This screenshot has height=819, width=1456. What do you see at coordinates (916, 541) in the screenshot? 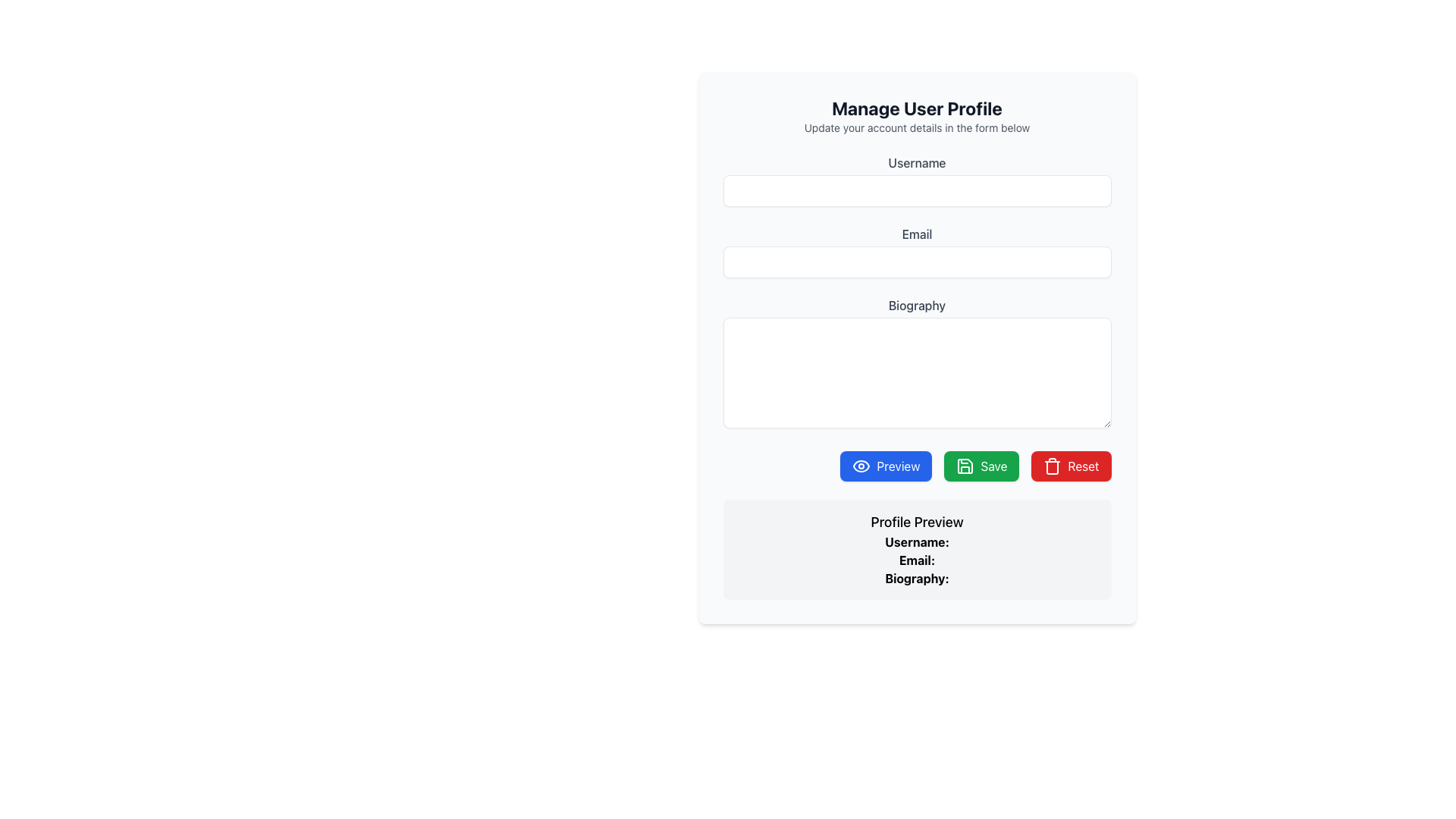
I see `the label indicating the associated username located under the 'Profile Preview' heading, which is the first label in the list above the 'Email:' label` at bounding box center [916, 541].